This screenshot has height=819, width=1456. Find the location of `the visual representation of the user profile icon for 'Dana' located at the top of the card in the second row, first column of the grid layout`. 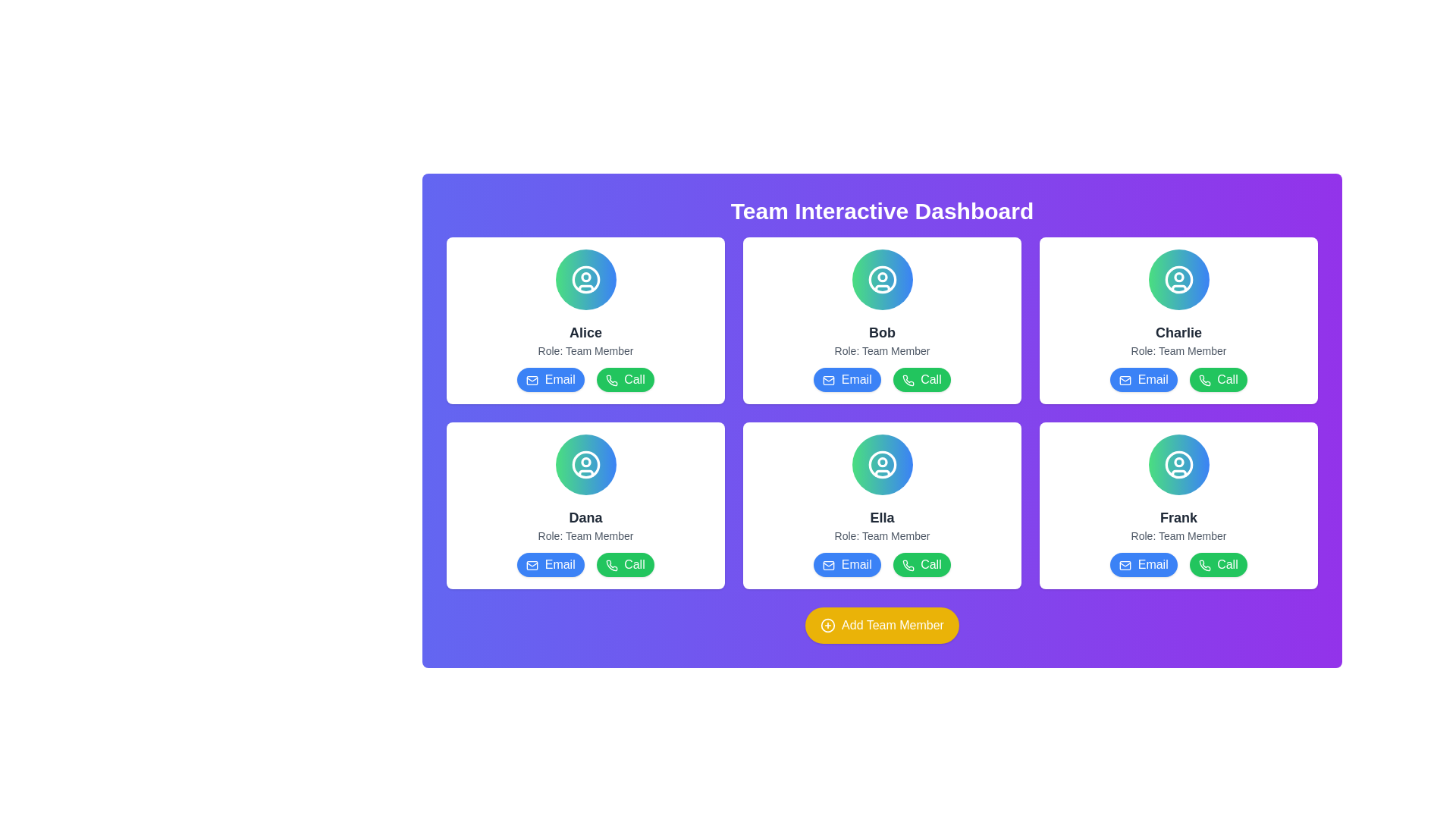

the visual representation of the user profile icon for 'Dana' located at the top of the card in the second row, first column of the grid layout is located at coordinates (585, 464).